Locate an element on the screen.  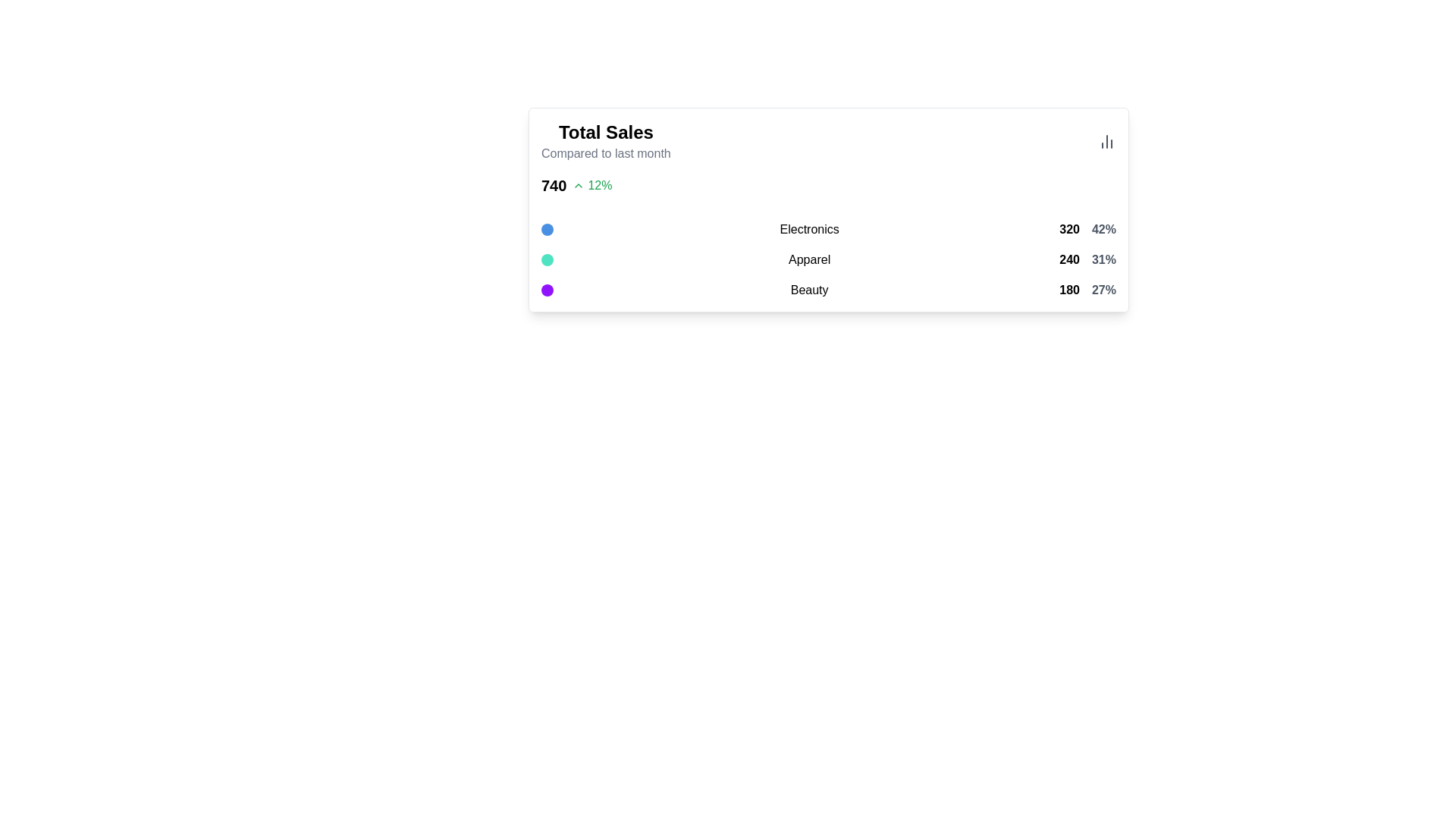
the numerical value associated with the category labeled 'Beauty', which is centrally aligned in a horizontal list between the text 'Beauty' and '27%' is located at coordinates (1068, 290).